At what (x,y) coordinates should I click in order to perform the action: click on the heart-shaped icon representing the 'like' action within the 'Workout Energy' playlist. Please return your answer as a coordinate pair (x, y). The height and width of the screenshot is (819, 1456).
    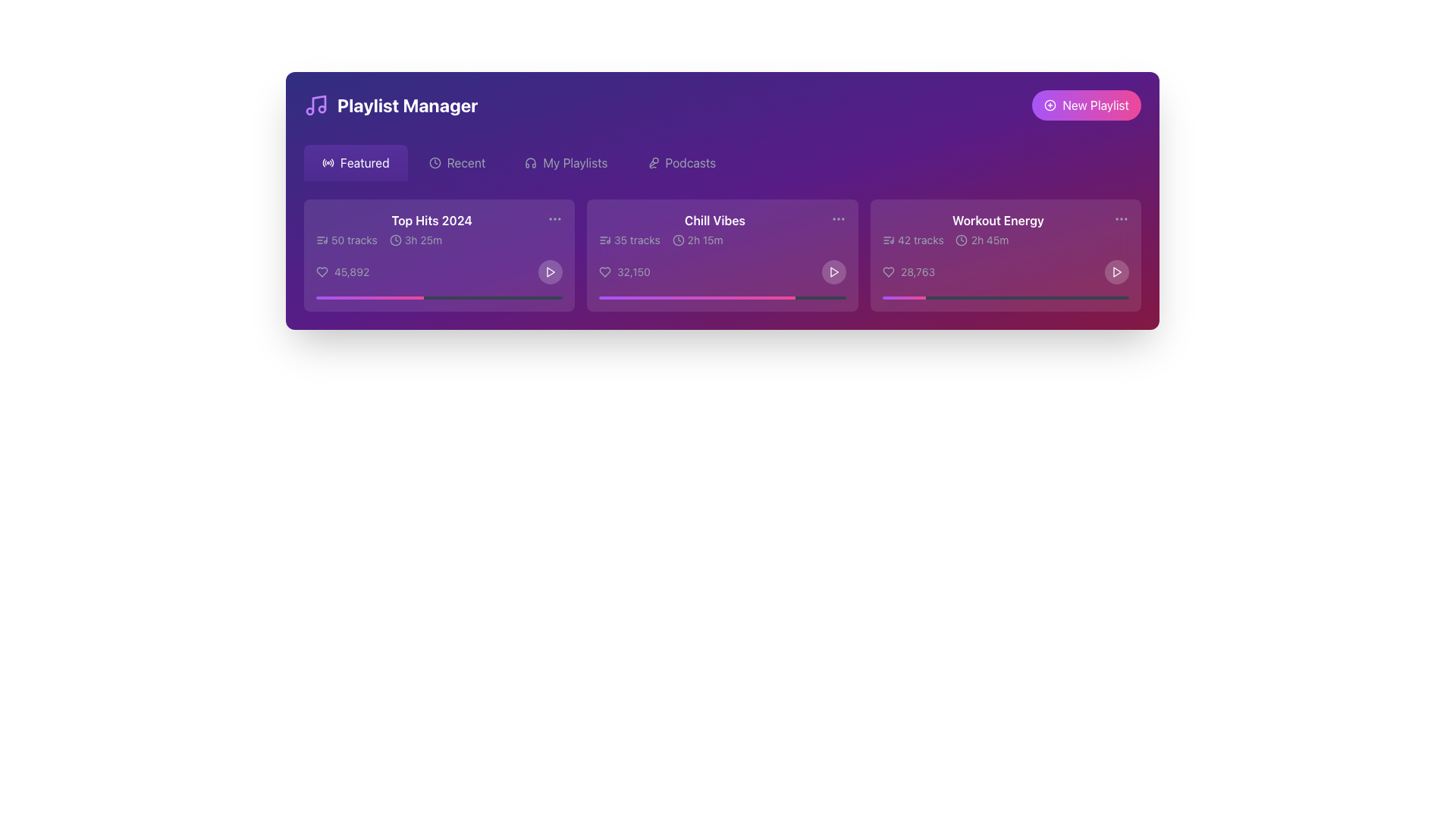
    Looking at the image, I should click on (888, 271).